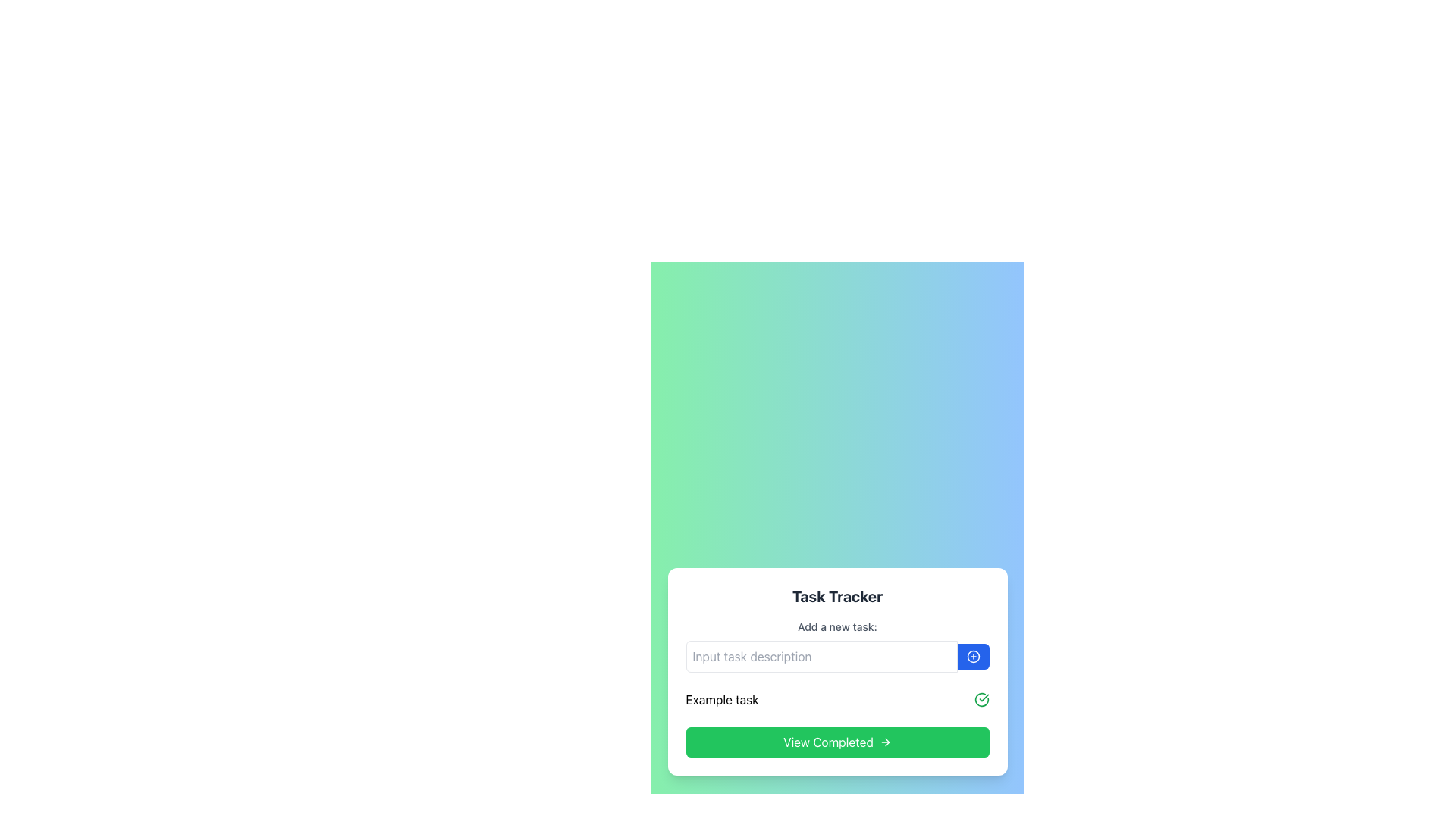 This screenshot has height=819, width=1456. What do you see at coordinates (887, 742) in the screenshot?
I see `the right-pointing arrow icon within the graphic icon set` at bounding box center [887, 742].